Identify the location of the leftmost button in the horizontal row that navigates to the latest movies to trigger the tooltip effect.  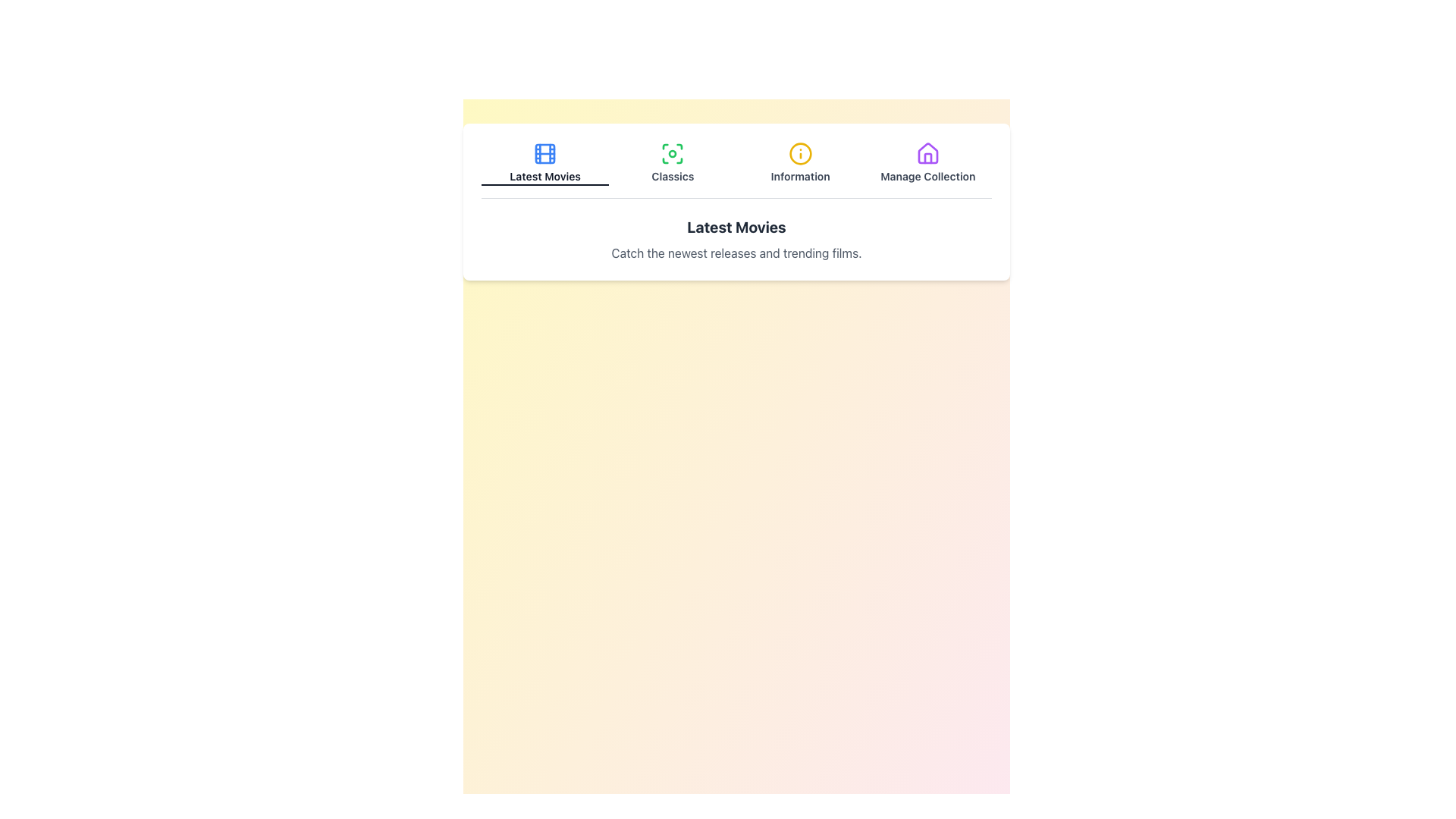
(545, 164).